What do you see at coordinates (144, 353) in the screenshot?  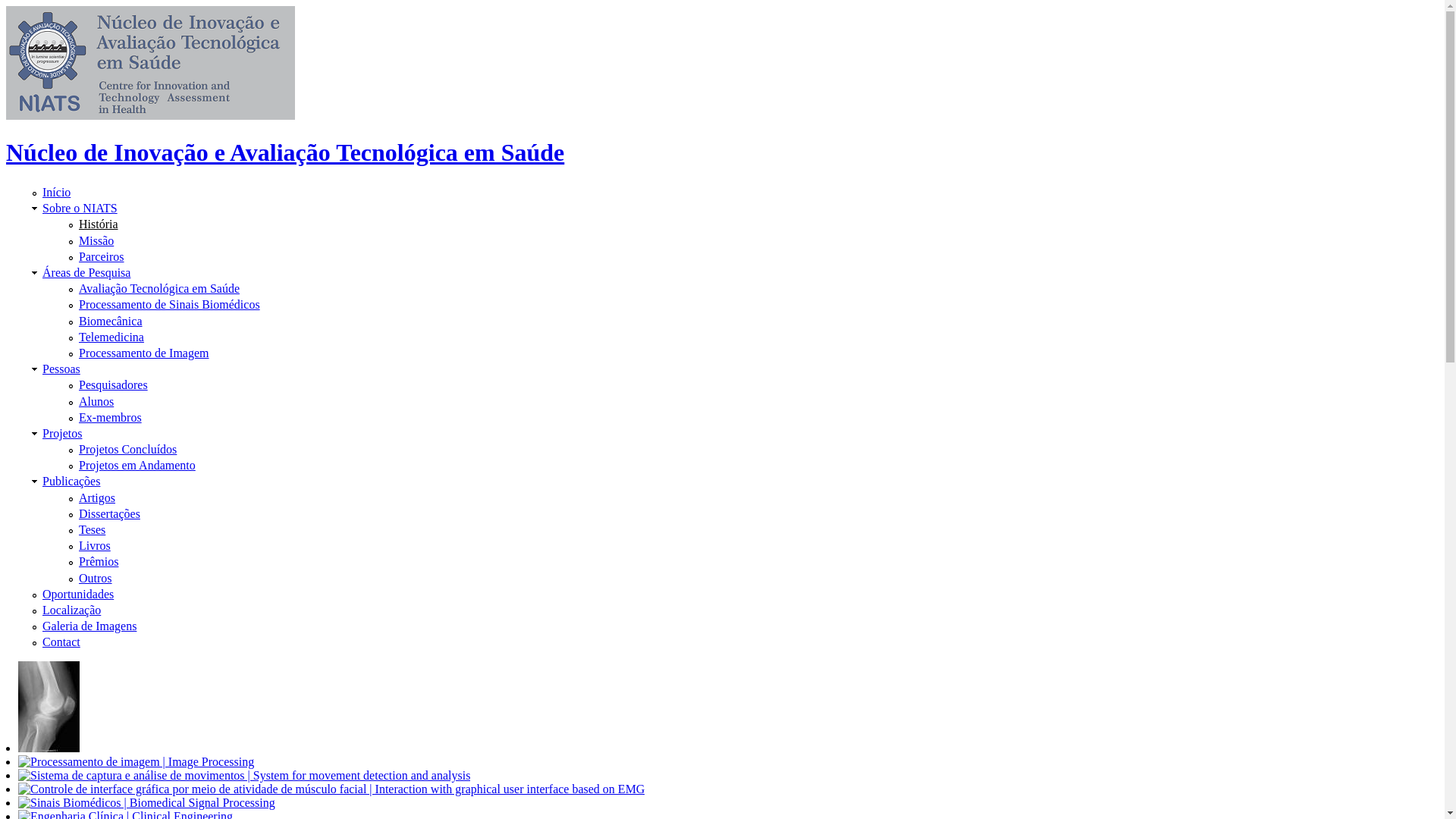 I see `'Processamento de Imagem'` at bounding box center [144, 353].